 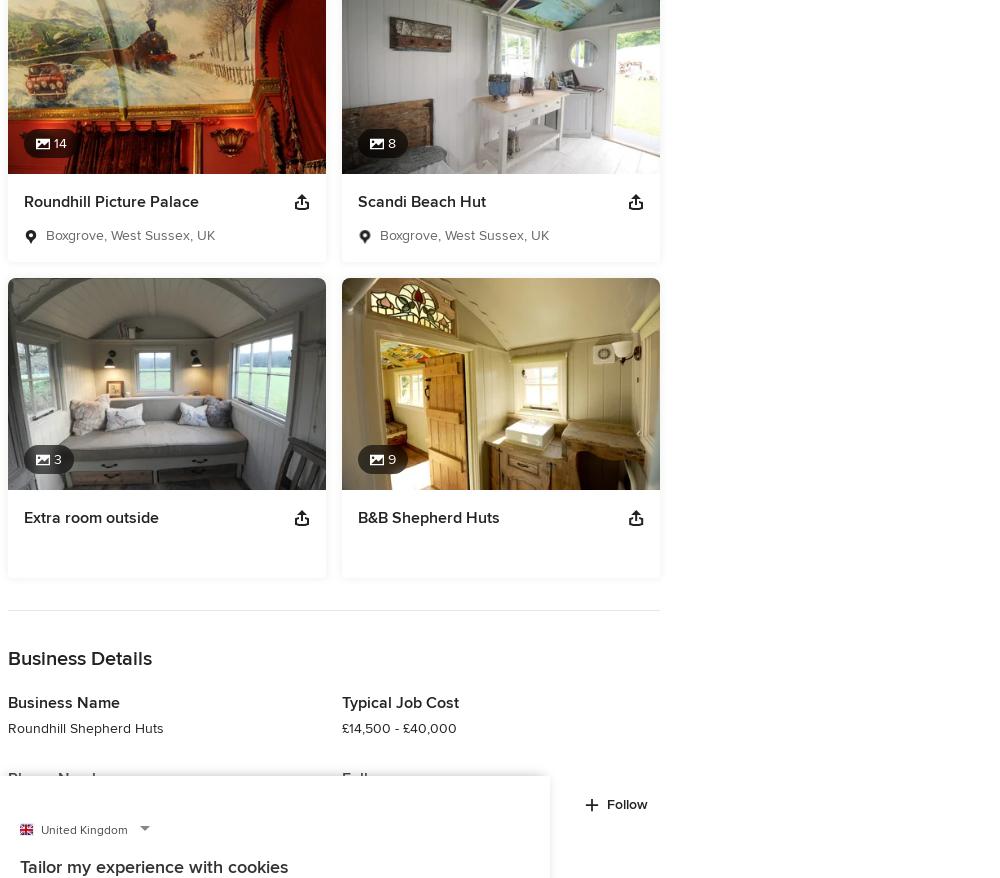 I want to click on '100 Followers', so click(x=385, y=802).